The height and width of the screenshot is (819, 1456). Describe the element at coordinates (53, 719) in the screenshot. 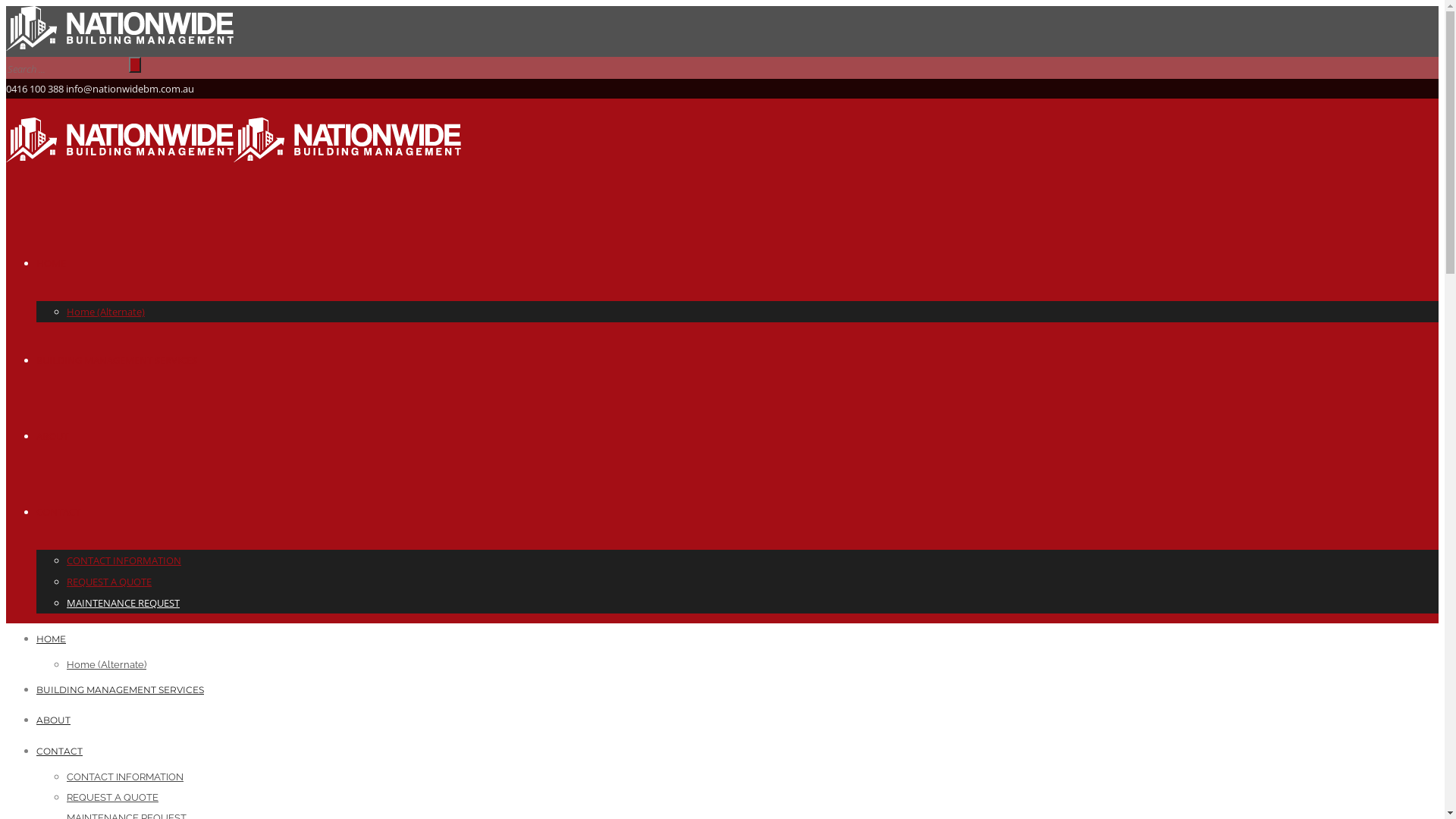

I see `'ABOUT'` at that location.